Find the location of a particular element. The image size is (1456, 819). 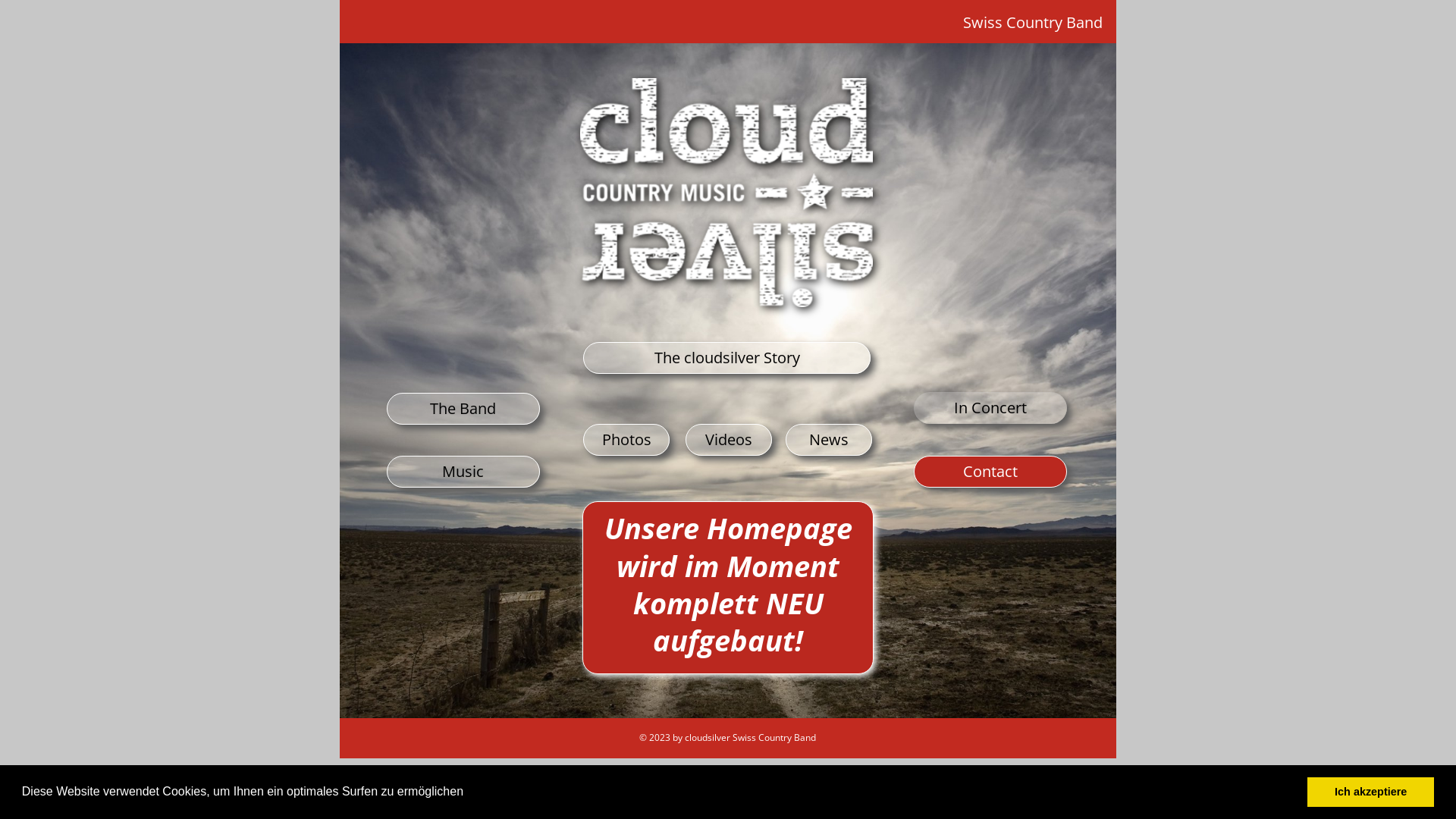

'Ich akzeptiere' is located at coordinates (1306, 791).